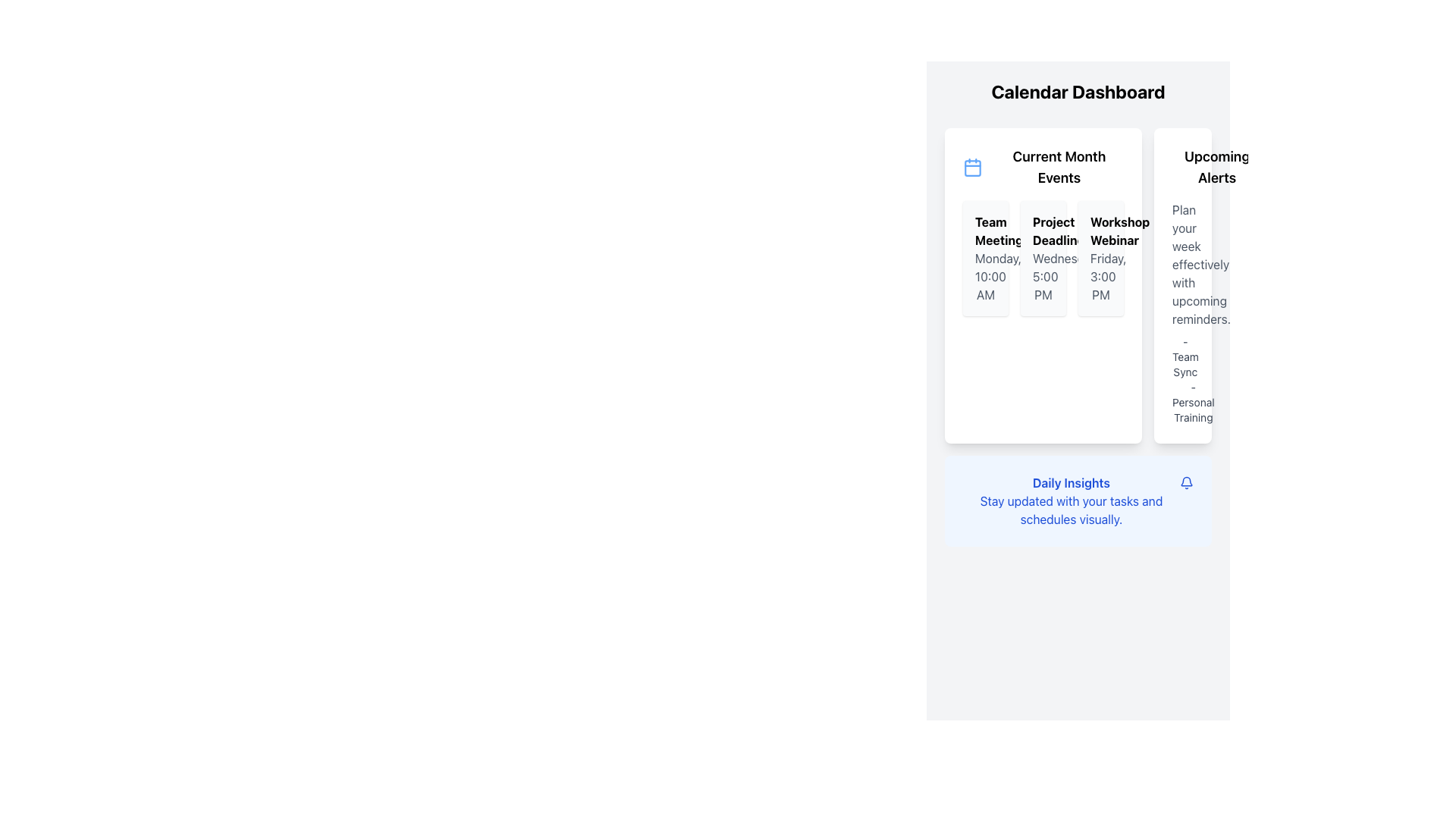  What do you see at coordinates (1181, 166) in the screenshot?
I see `the hollow circular icon with a black stroke located in the 'Upcoming Alerts' section on the right side of the dashboard` at bounding box center [1181, 166].